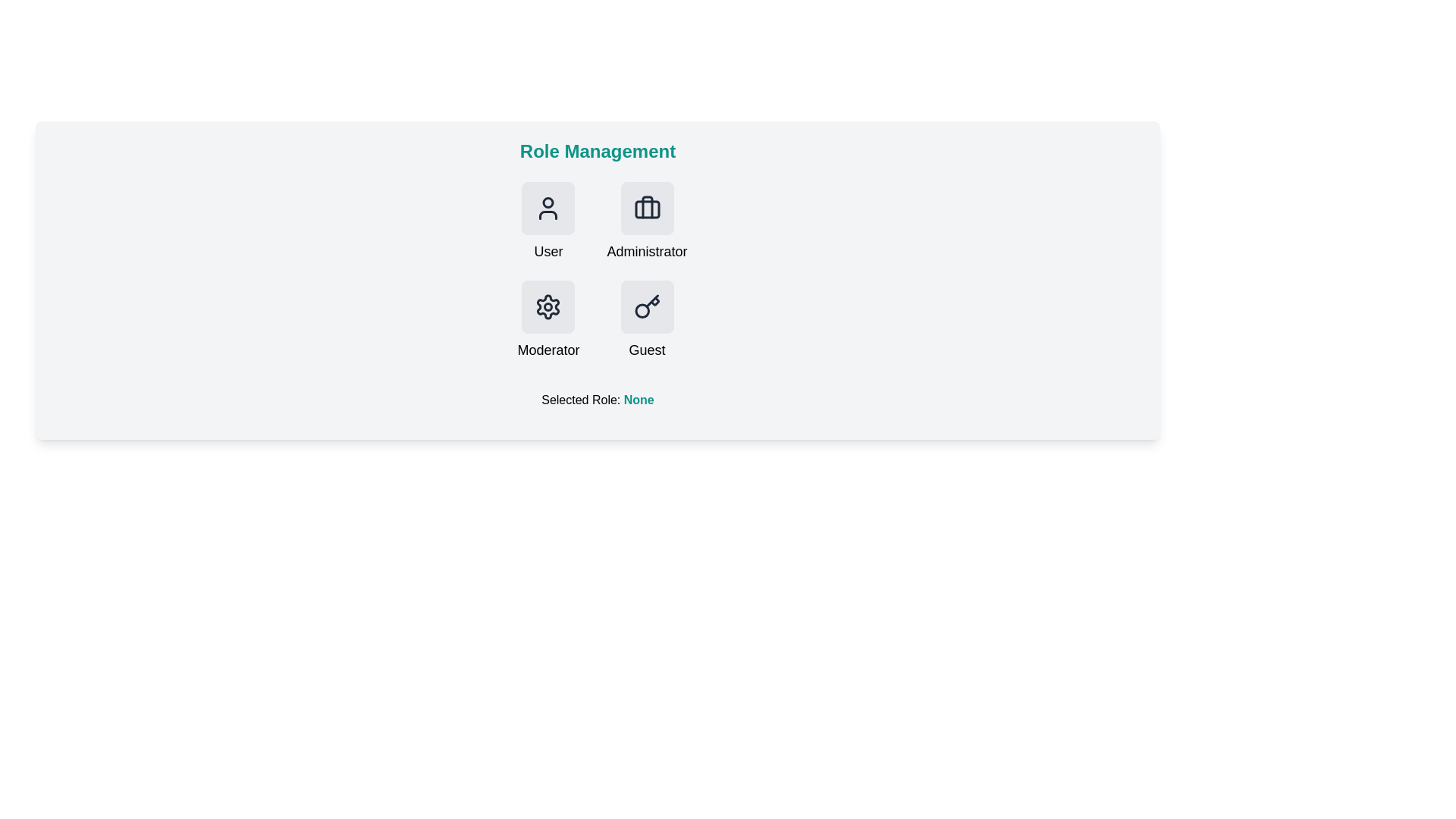  What do you see at coordinates (642, 310) in the screenshot?
I see `the circular graphic element within the 'key' icon representing the 'Guest' role in the Role Management interface` at bounding box center [642, 310].